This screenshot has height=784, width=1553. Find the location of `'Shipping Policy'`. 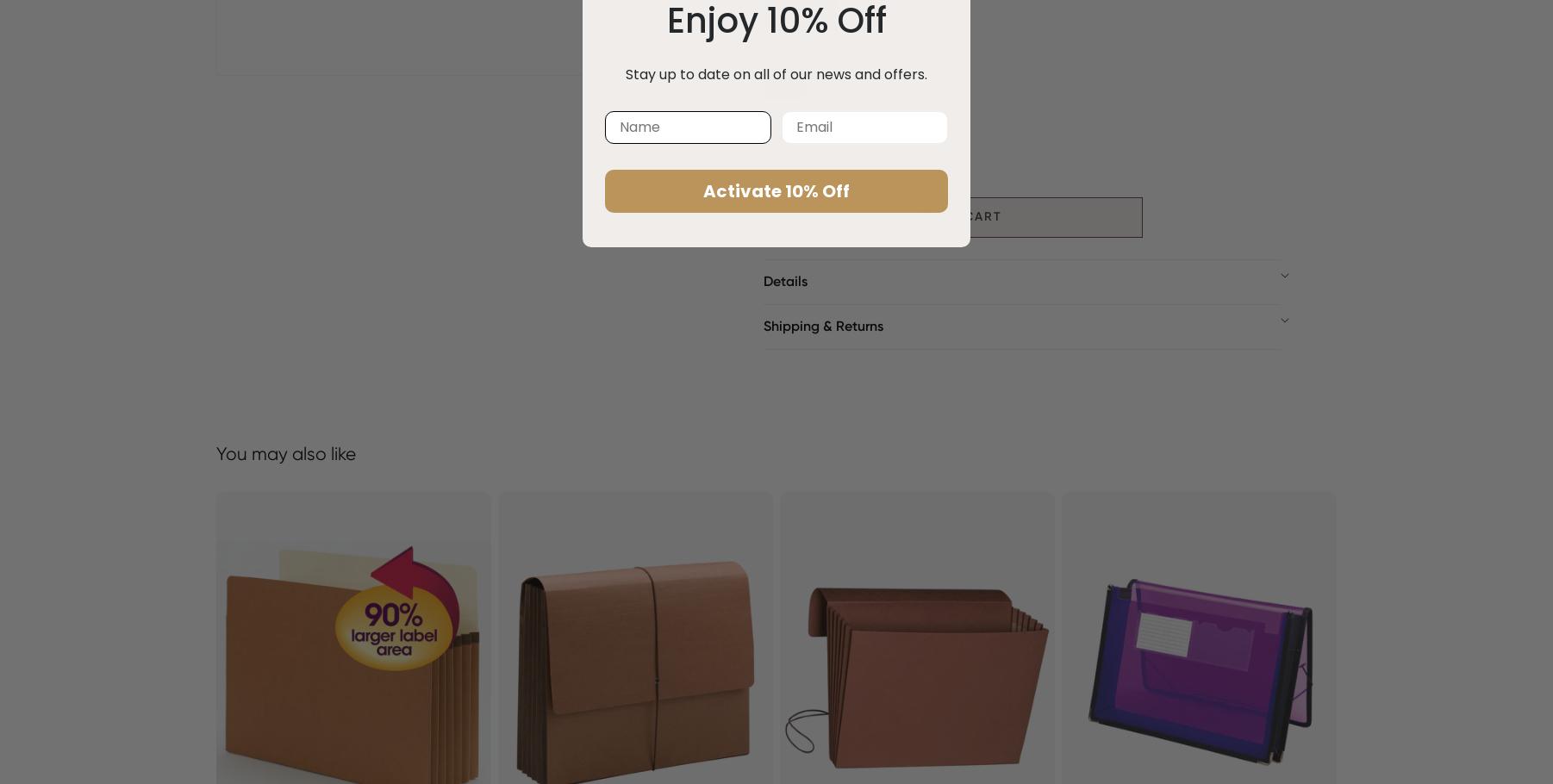

'Shipping Policy' is located at coordinates (811, 358).